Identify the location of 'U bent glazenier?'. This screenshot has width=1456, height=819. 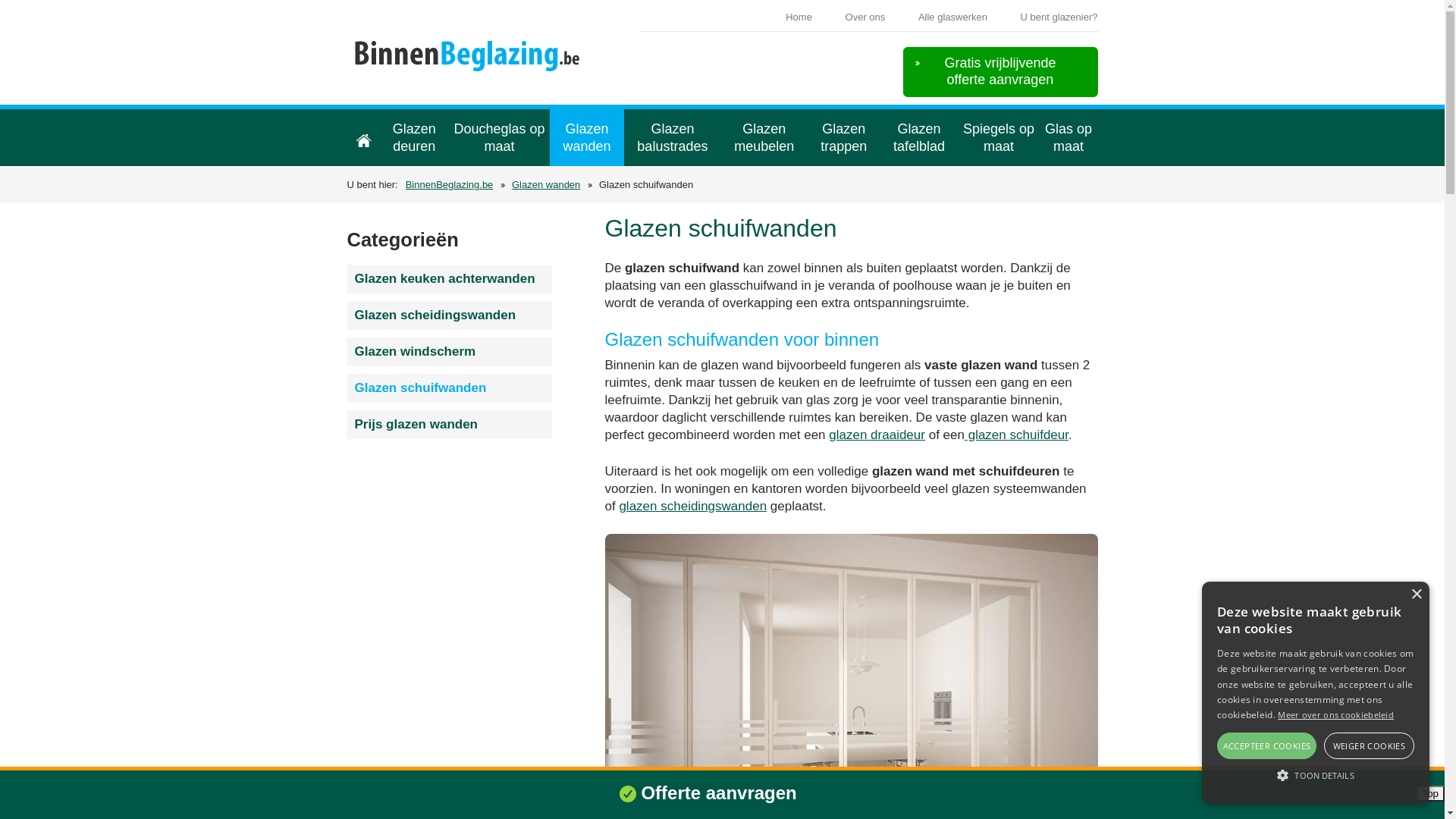
(1058, 17).